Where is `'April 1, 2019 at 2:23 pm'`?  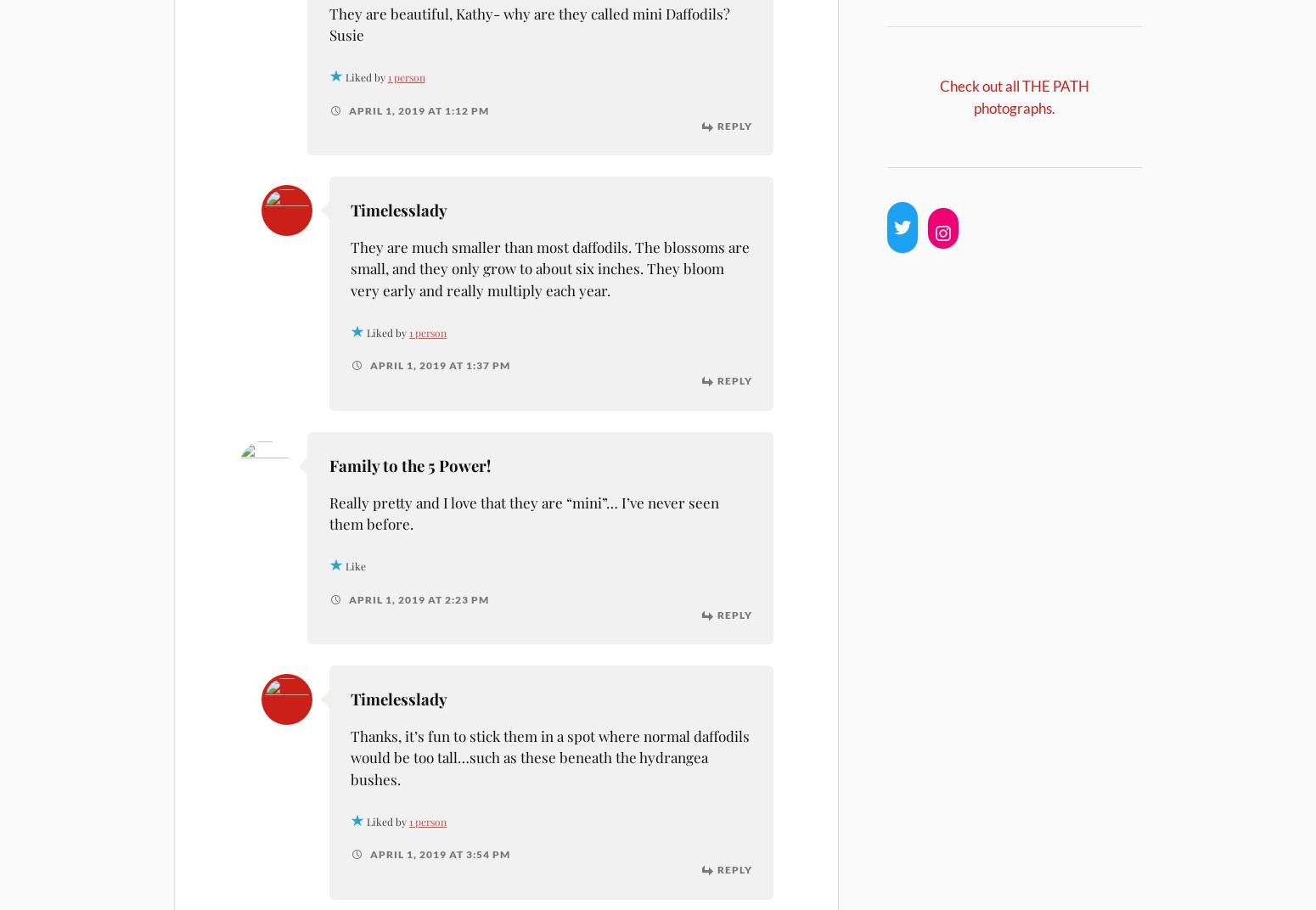 'April 1, 2019 at 2:23 pm' is located at coordinates (346, 598).